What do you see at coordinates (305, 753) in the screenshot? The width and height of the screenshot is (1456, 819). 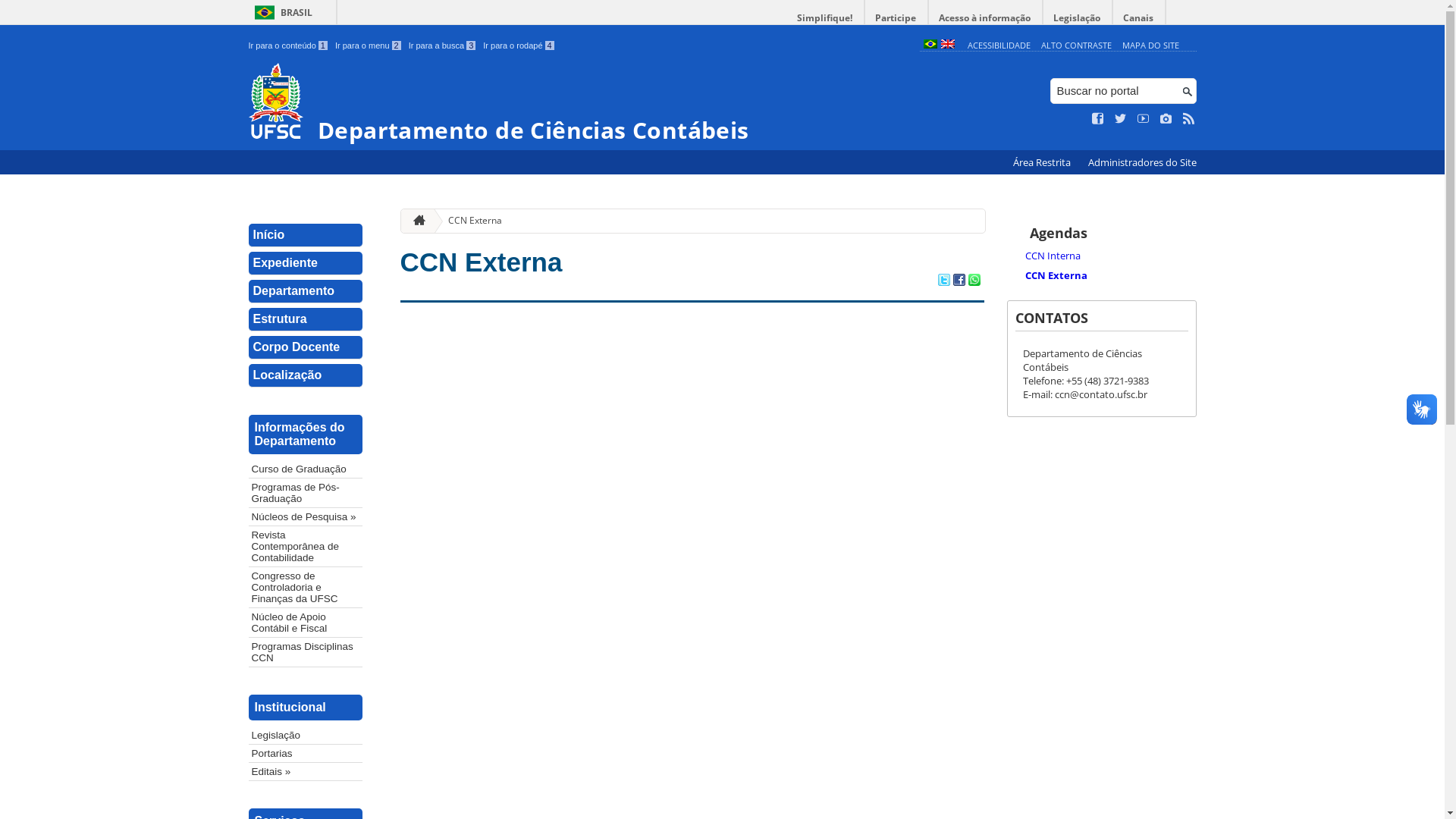 I see `'Portarias'` at bounding box center [305, 753].